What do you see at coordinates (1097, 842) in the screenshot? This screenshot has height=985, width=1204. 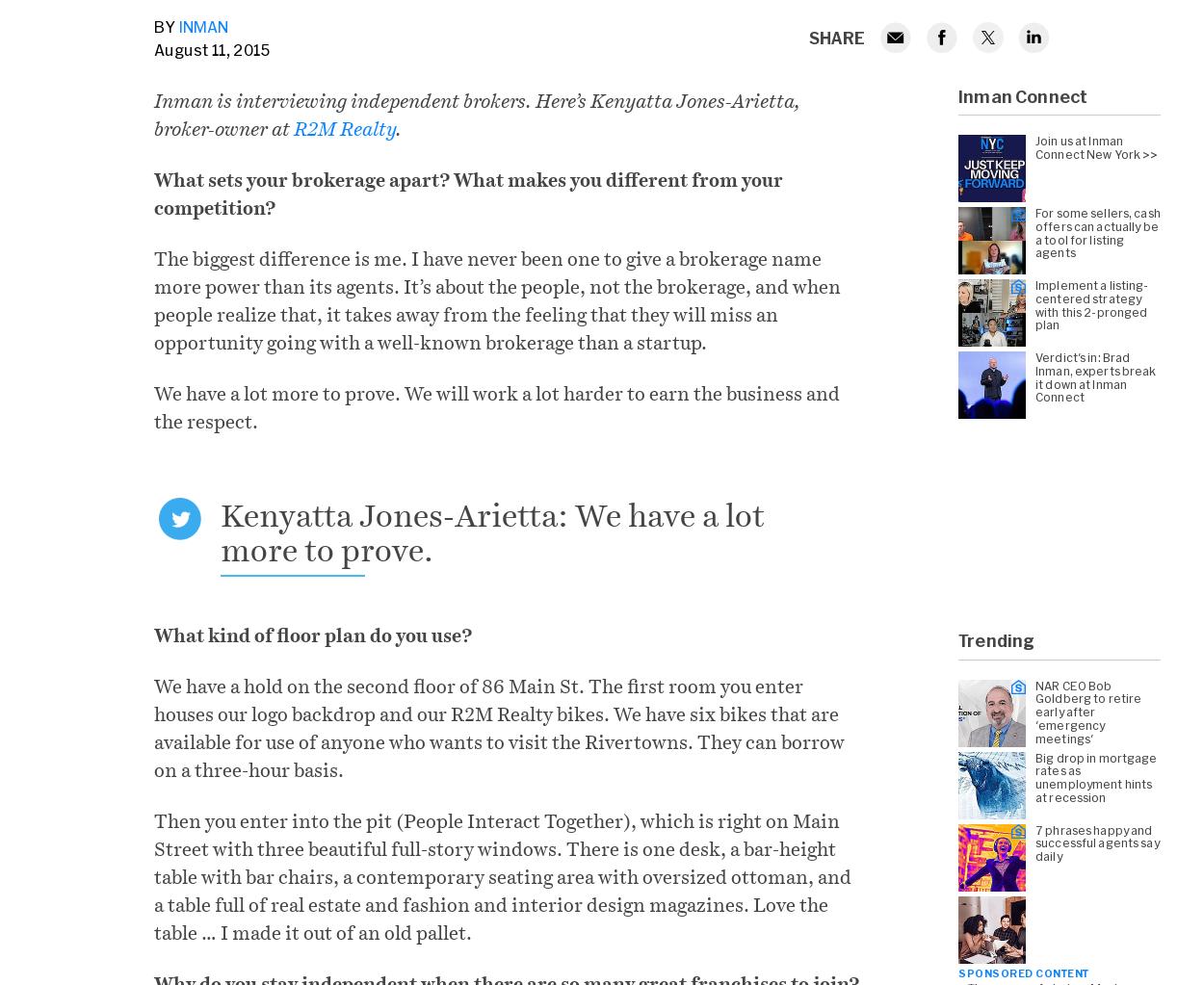 I see `'7 phrases happy and successful agents say daily'` at bounding box center [1097, 842].